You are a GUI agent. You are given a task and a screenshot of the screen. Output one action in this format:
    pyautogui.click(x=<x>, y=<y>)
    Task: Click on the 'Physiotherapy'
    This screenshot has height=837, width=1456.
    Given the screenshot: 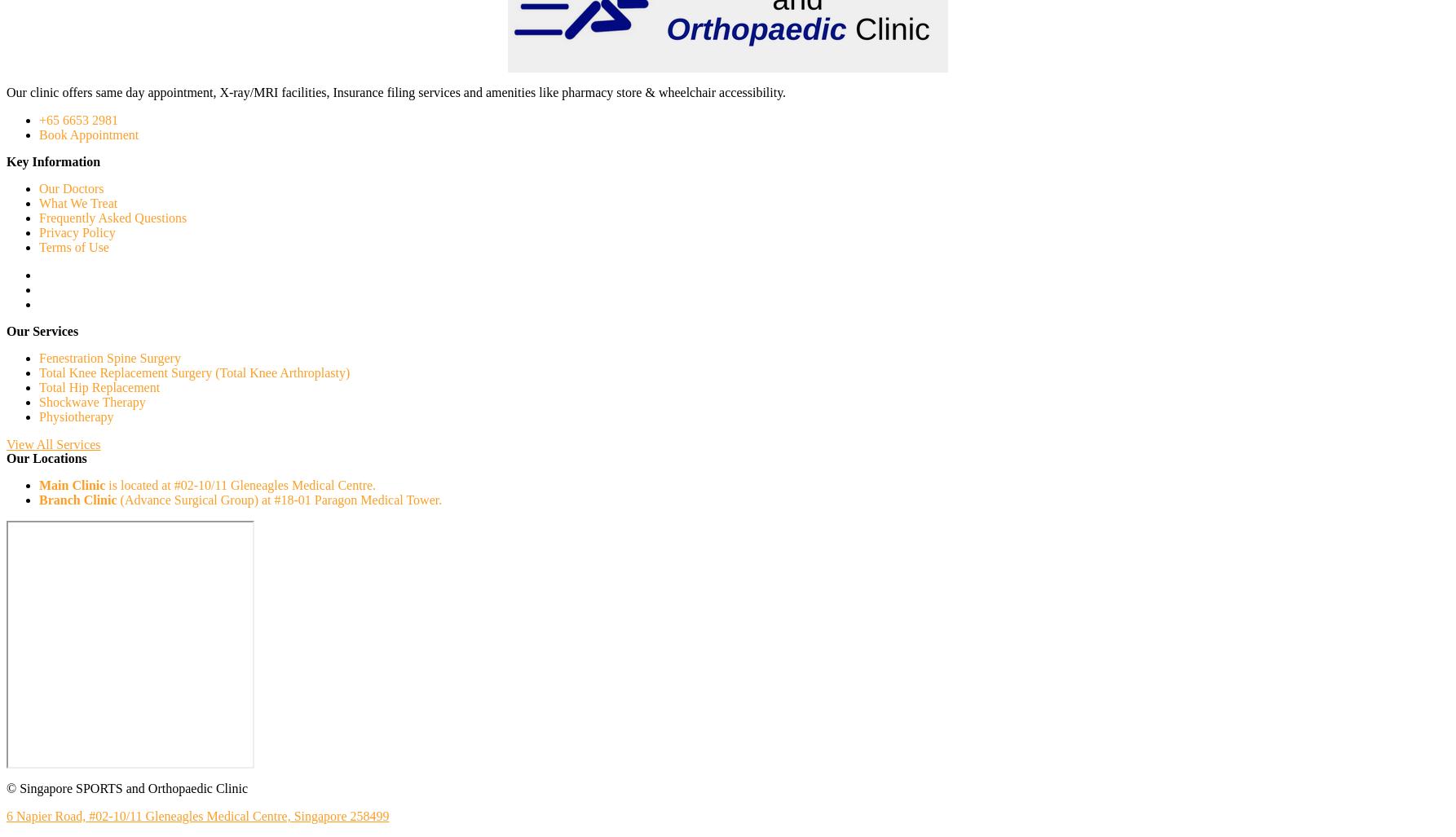 What is the action you would take?
    pyautogui.click(x=39, y=416)
    